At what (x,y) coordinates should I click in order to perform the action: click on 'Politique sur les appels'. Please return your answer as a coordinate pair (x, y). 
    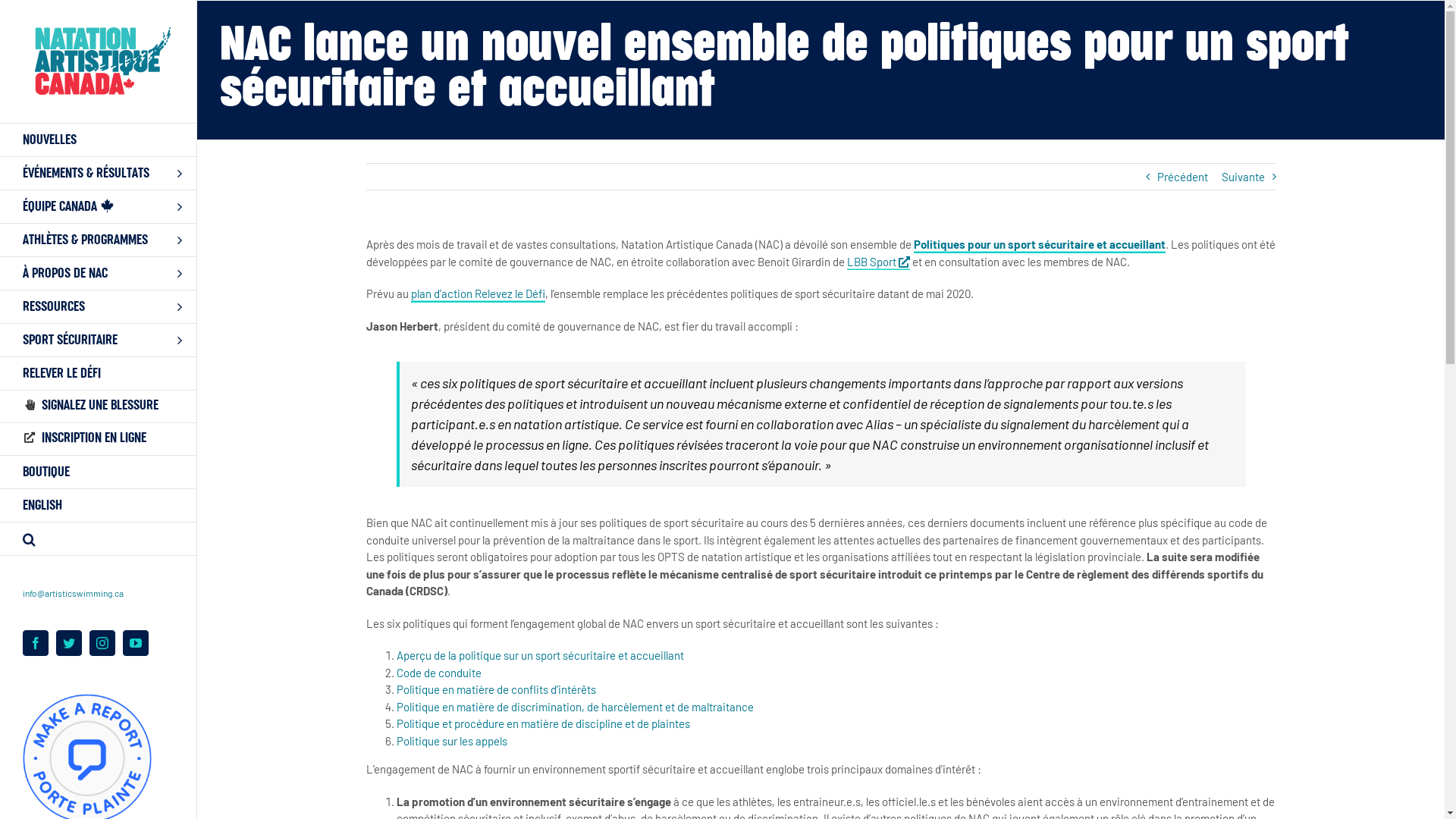
    Looking at the image, I should click on (450, 739).